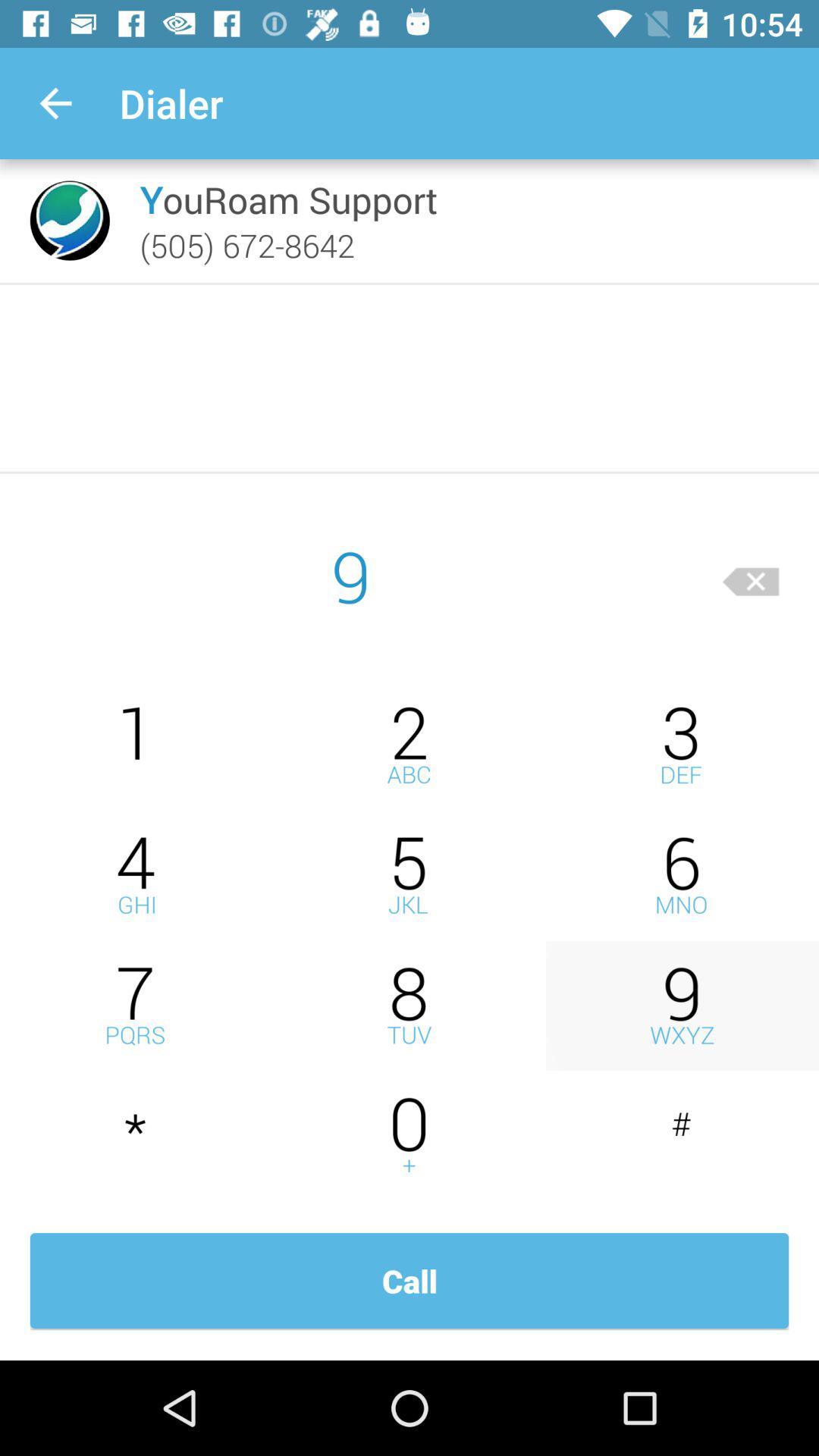  I want to click on numeral 1, so click(136, 745).